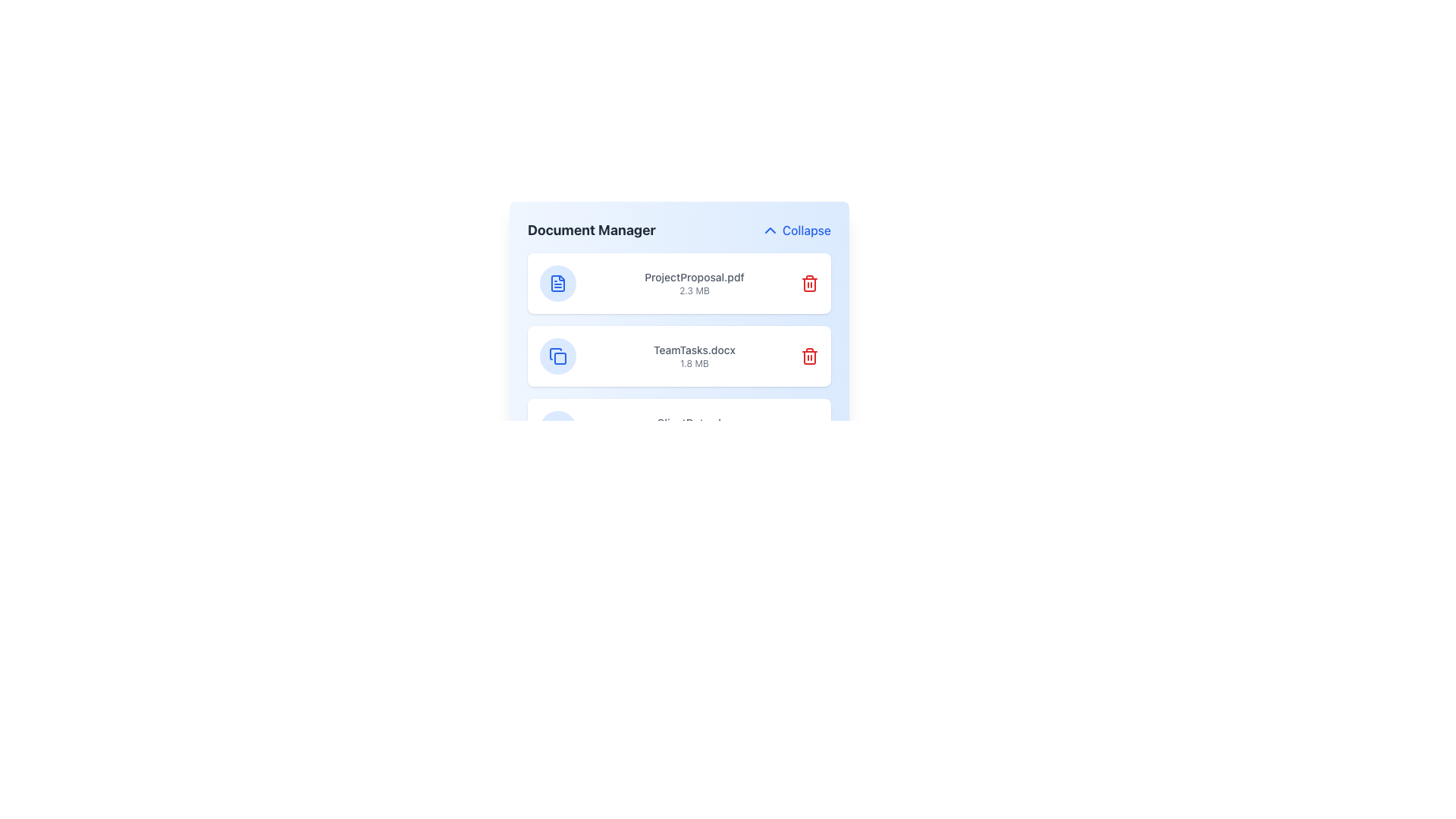 This screenshot has height=819, width=1456. Describe the element at coordinates (557, 356) in the screenshot. I see `the graphical icon representing two overlapping rectangles with blue outlines, located to the left of the document name 'TeamTasks.docx', to initiate the copy action` at that location.